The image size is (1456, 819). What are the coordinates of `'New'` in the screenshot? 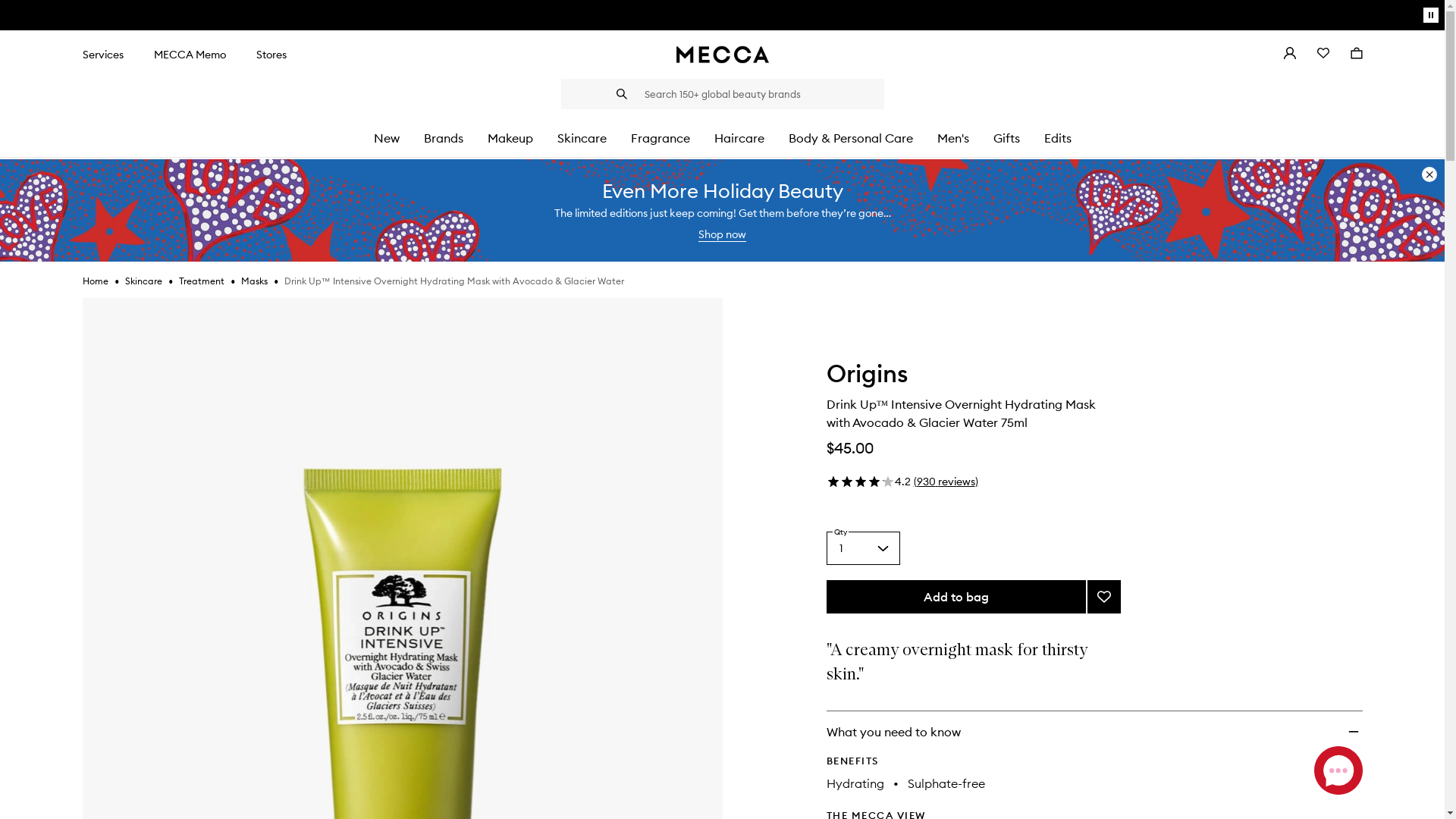 It's located at (385, 138).